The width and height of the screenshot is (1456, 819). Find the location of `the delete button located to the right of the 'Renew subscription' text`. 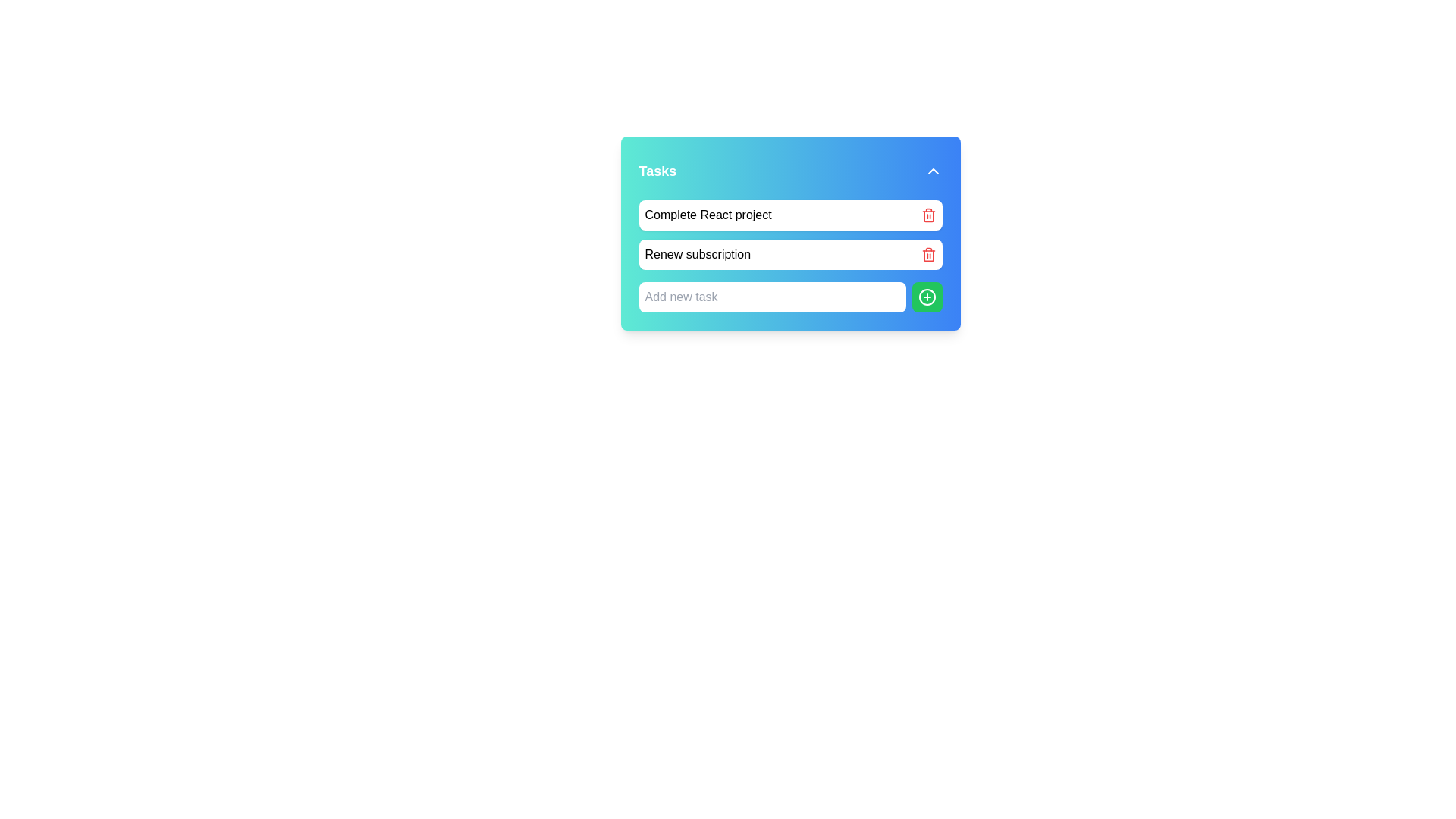

the delete button located to the right of the 'Renew subscription' text is located at coordinates (927, 253).